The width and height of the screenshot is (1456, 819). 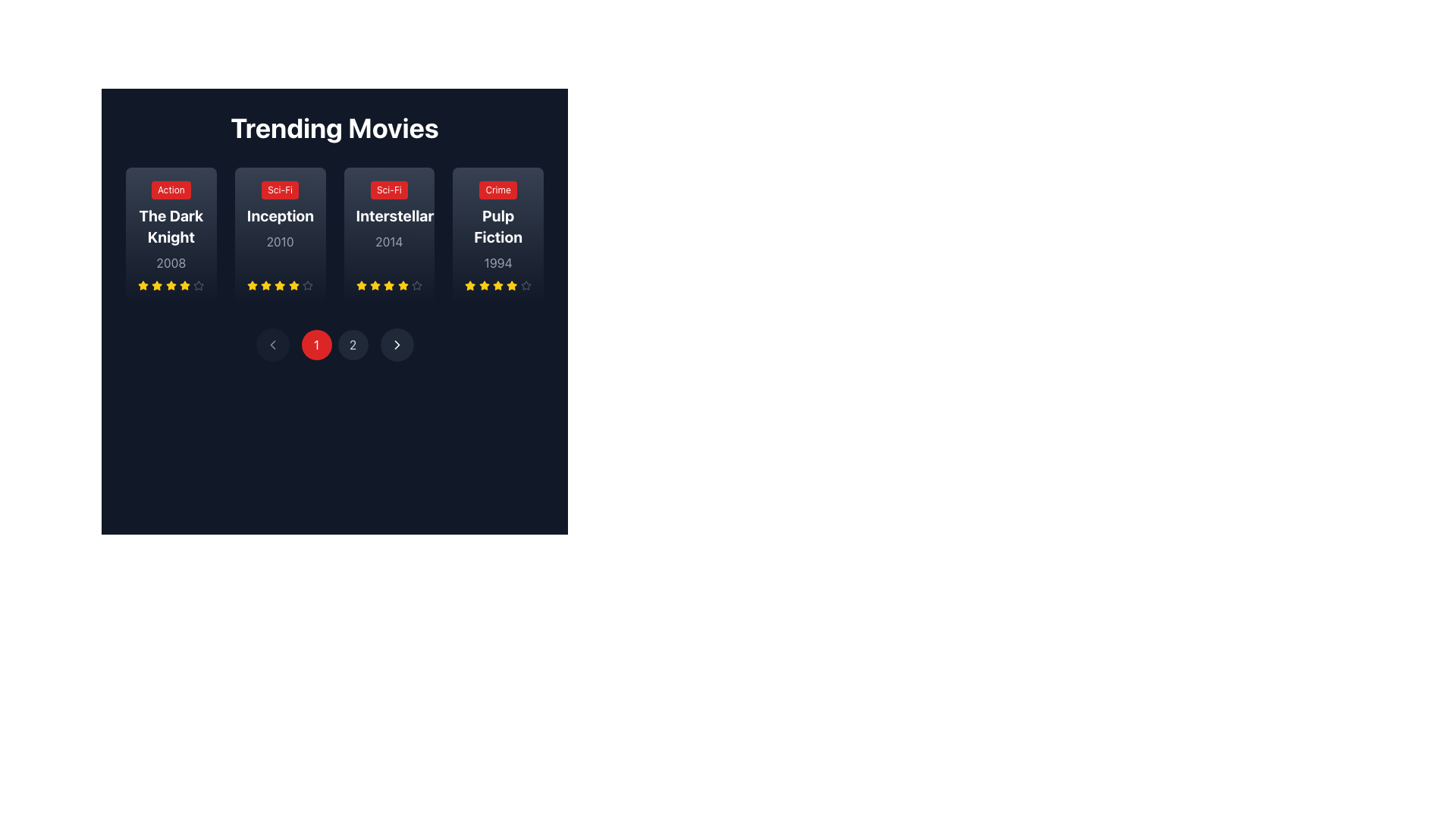 What do you see at coordinates (360, 285) in the screenshot?
I see `the yellow star-shaped icon, which is the first of five star icons displayed horizontally underneath the movie title 'Interstellar' in the third card of the 'Trending Movies' section` at bounding box center [360, 285].